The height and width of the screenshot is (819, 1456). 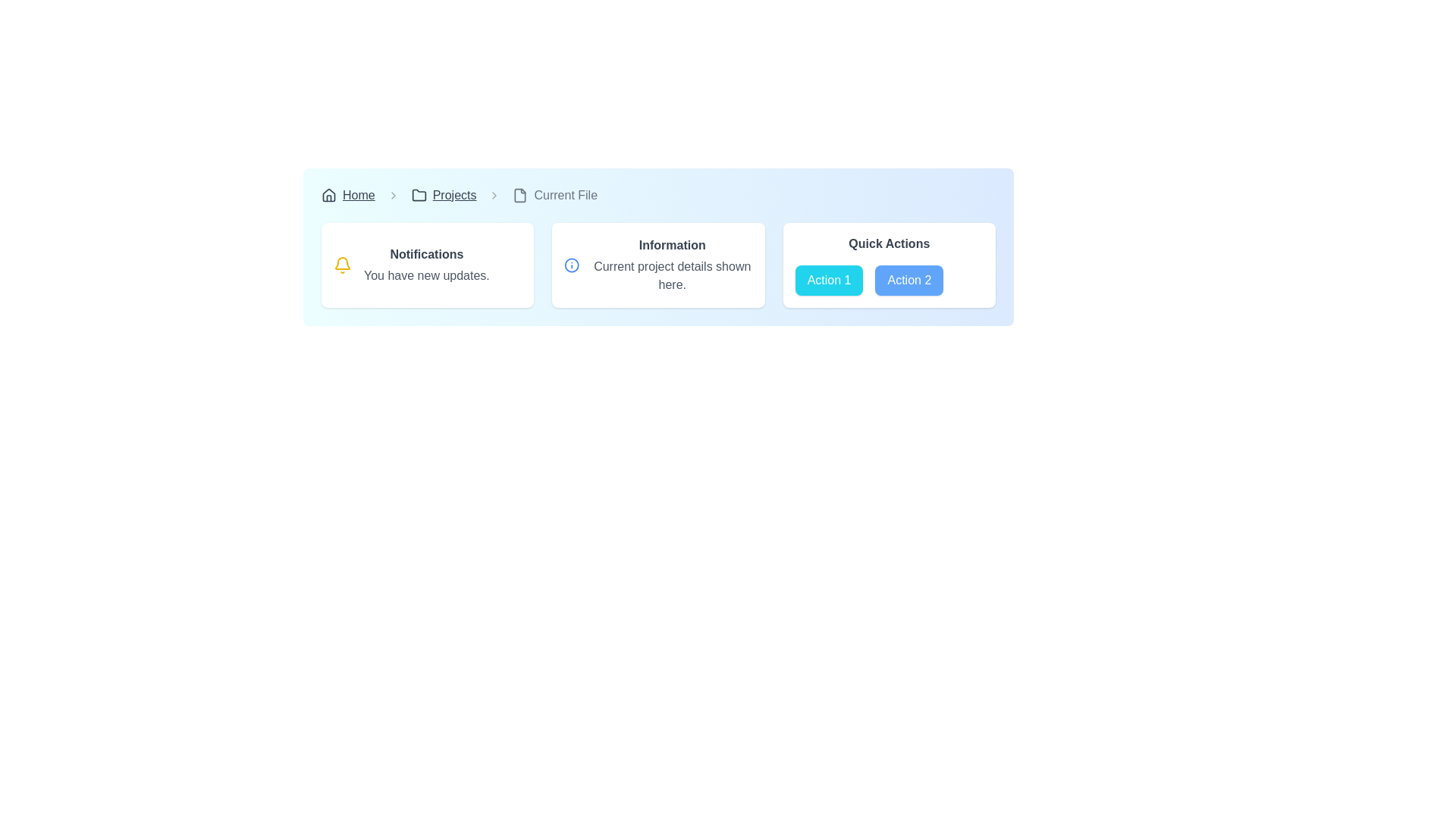 What do you see at coordinates (419, 195) in the screenshot?
I see `the folder icon in the breadcrumb navigation bar located to the left of the text 'Projects'` at bounding box center [419, 195].